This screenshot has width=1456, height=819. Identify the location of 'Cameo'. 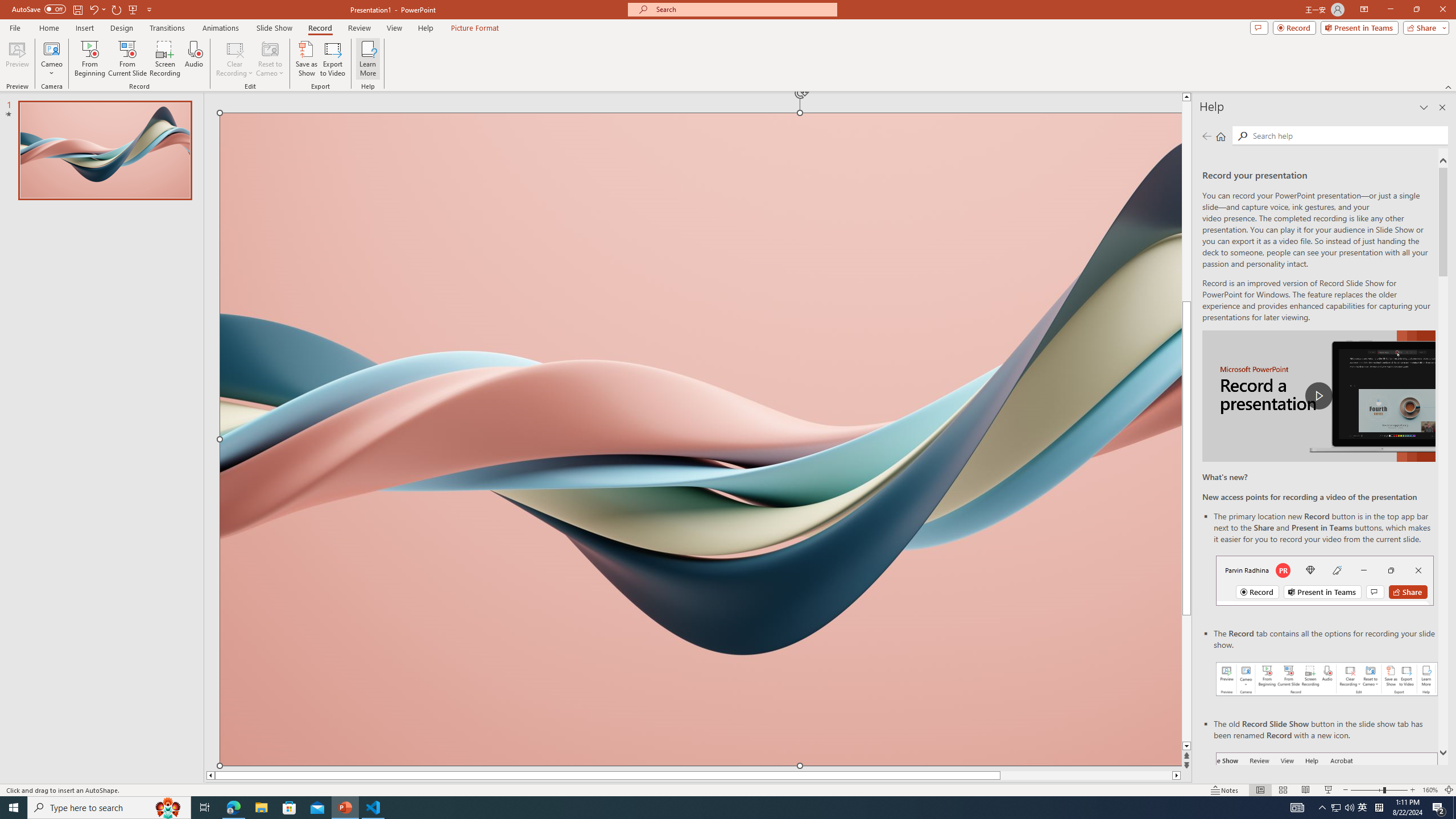
(51, 59).